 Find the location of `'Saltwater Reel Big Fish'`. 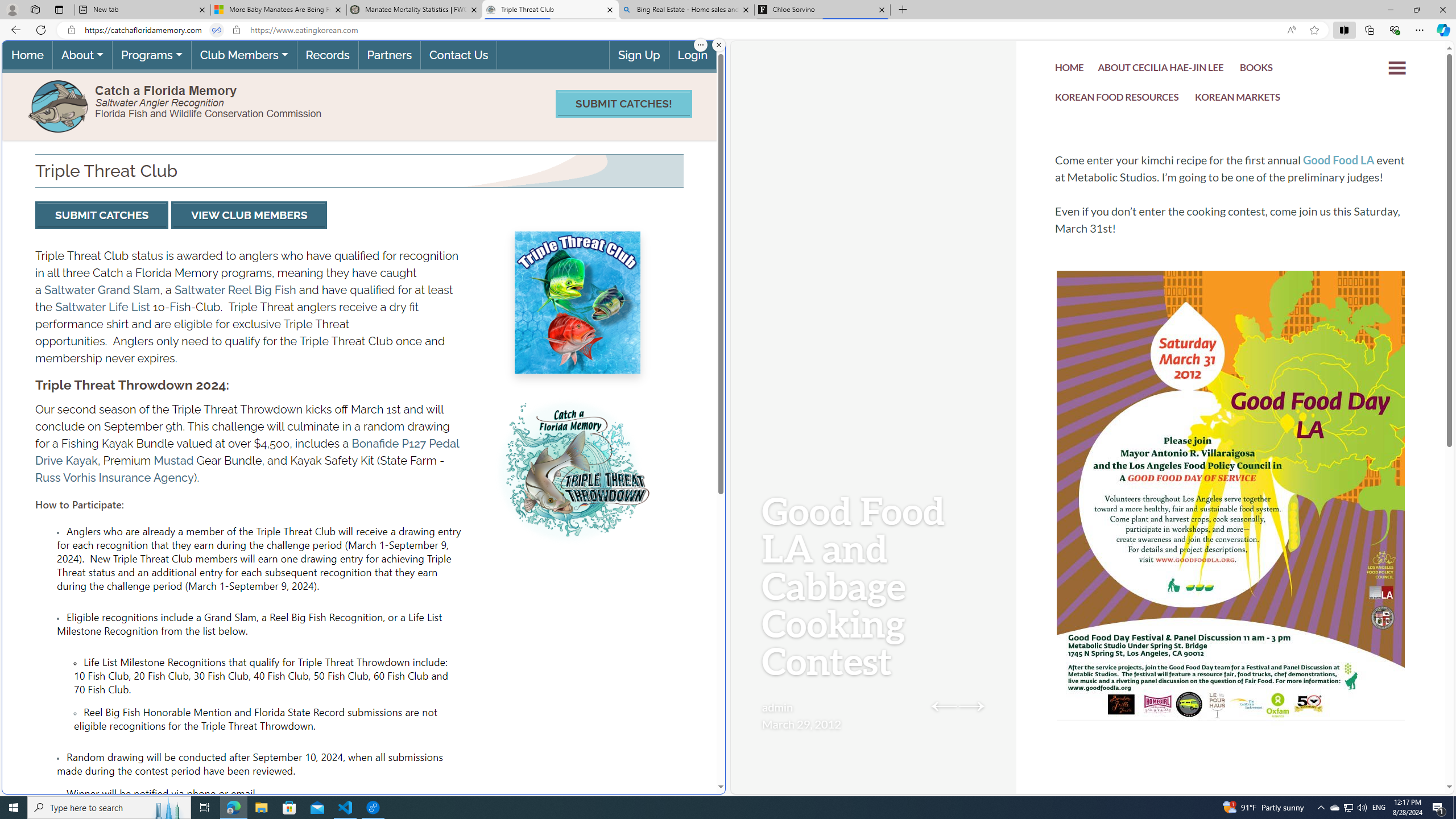

'Saltwater Reel Big Fish' is located at coordinates (235, 289).